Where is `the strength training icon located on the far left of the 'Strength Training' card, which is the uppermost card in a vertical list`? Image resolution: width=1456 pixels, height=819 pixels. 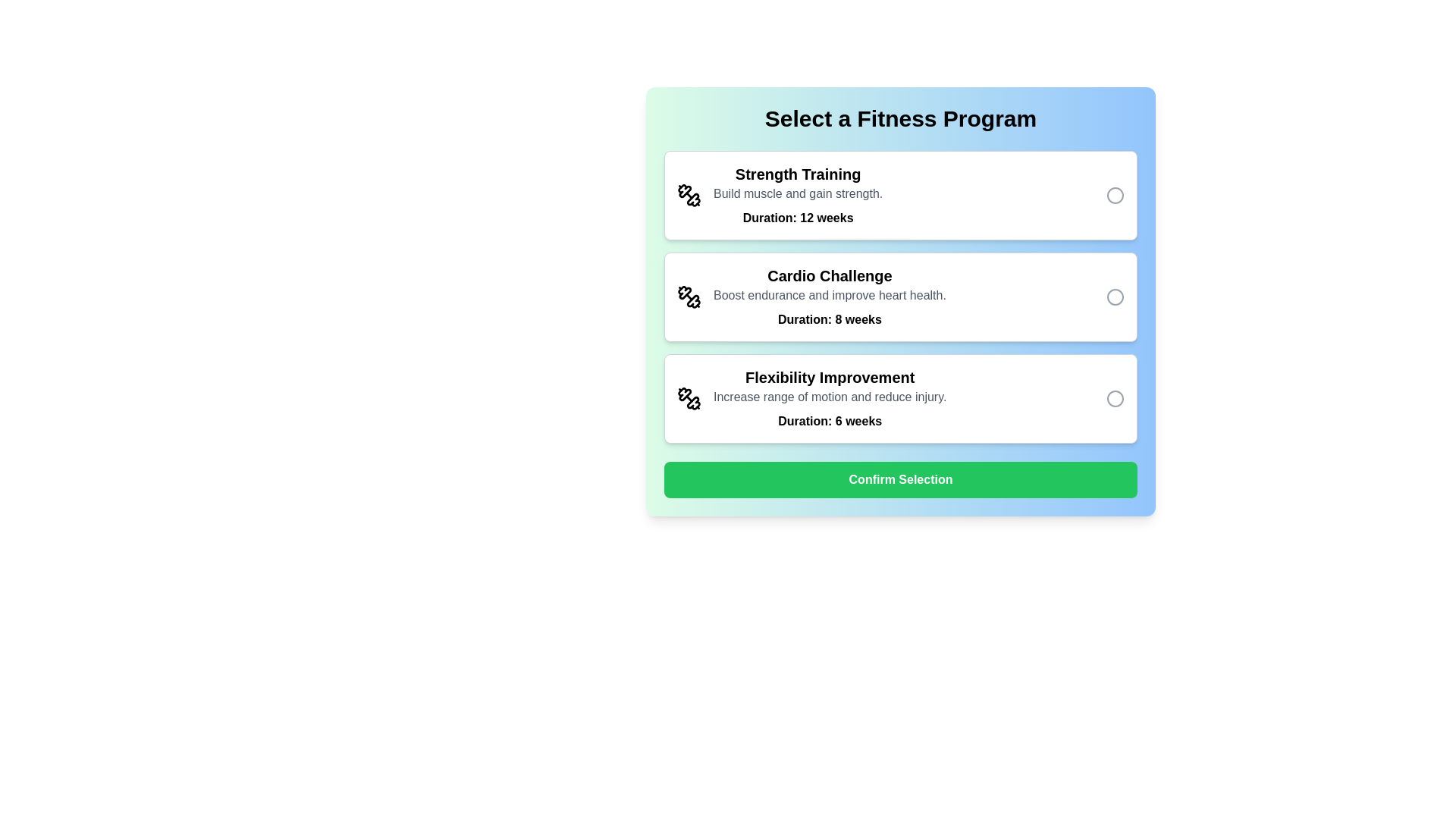
the strength training icon located on the far left of the 'Strength Training' card, which is the uppermost card in a vertical list is located at coordinates (688, 195).